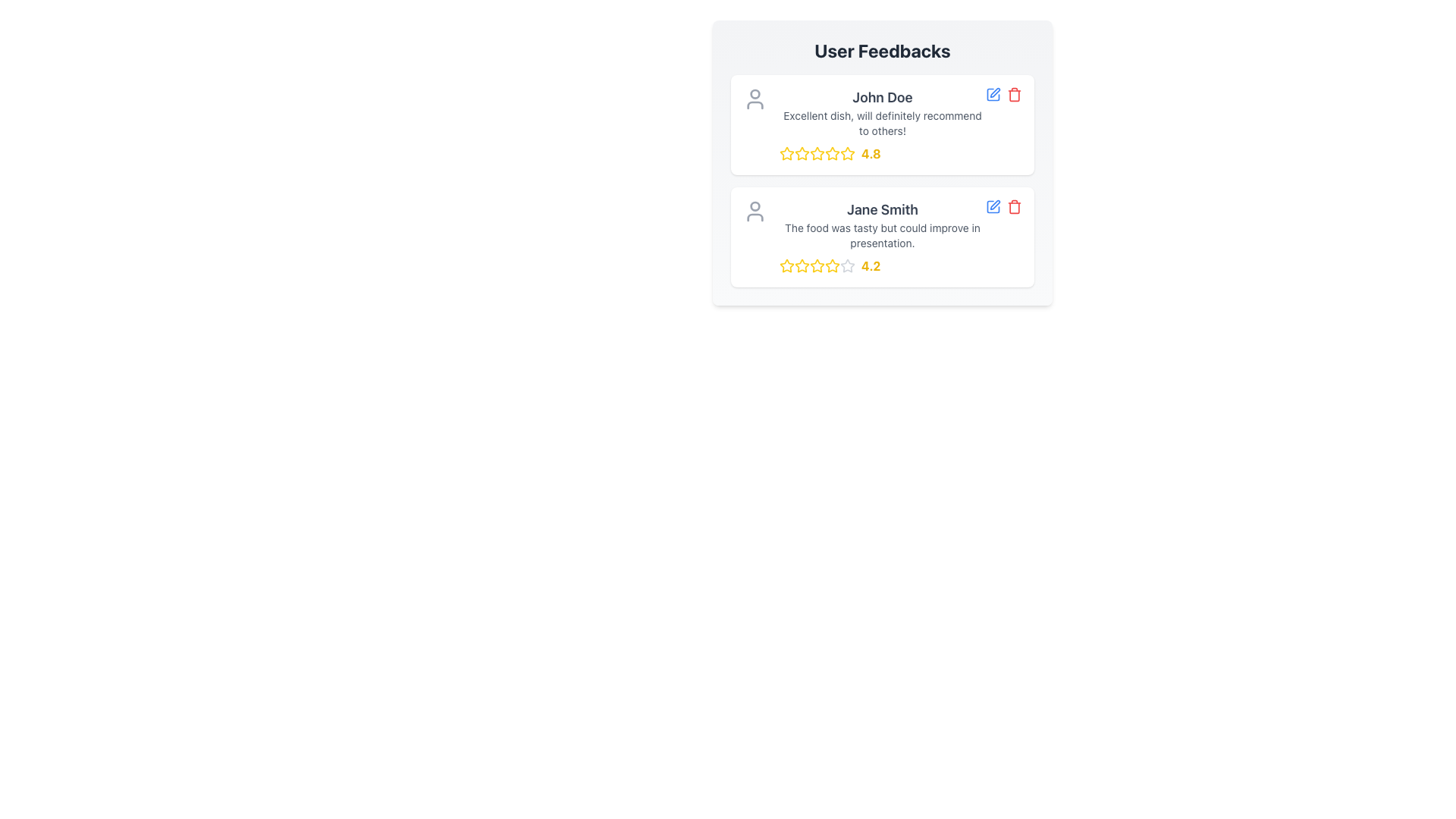 The height and width of the screenshot is (819, 1456). Describe the element at coordinates (800, 152) in the screenshot. I see `the third star icon in the rating system under the review titled 'John Doe' to rate it` at that location.